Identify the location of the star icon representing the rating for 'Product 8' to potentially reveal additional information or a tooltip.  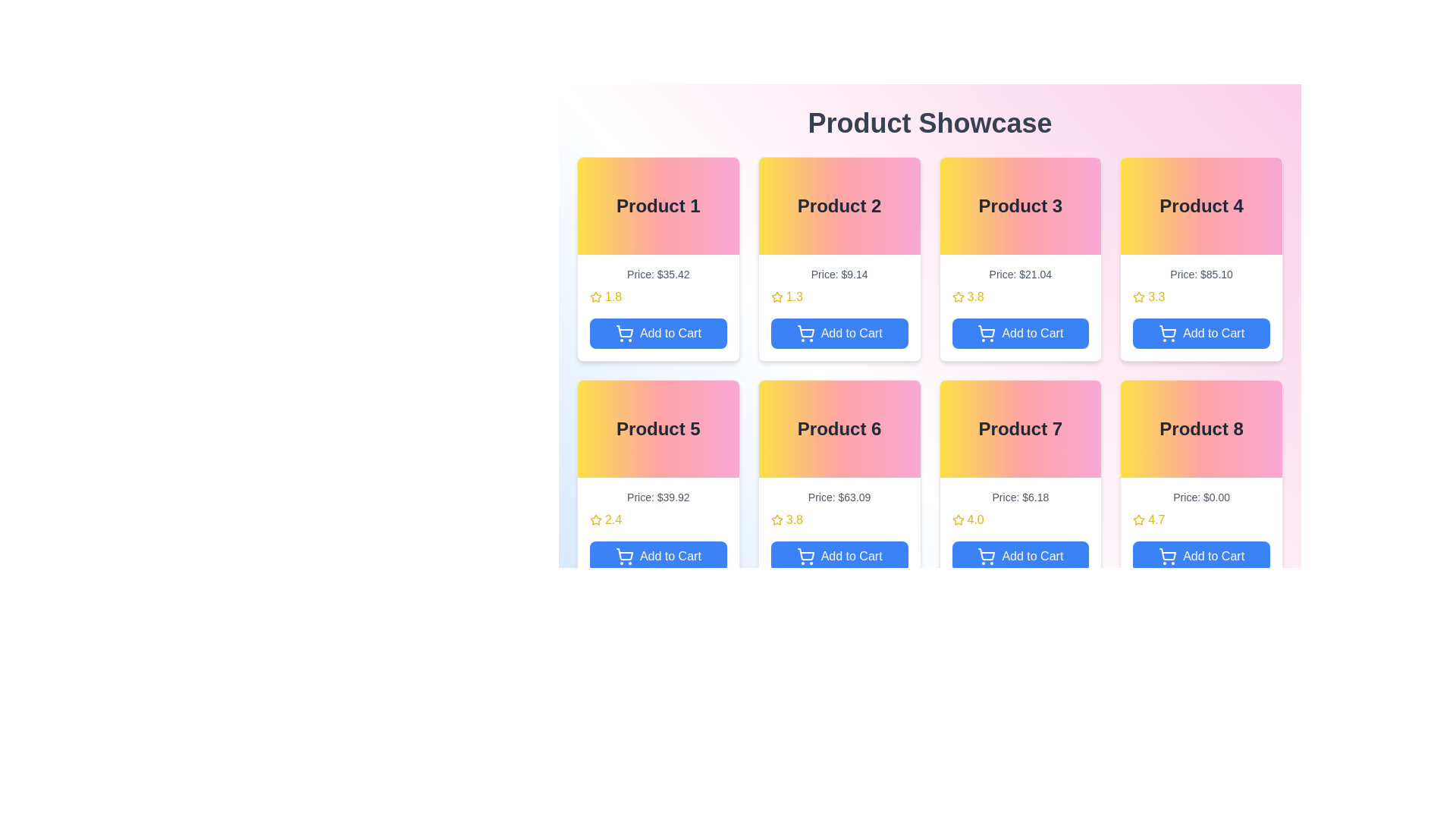
(1139, 519).